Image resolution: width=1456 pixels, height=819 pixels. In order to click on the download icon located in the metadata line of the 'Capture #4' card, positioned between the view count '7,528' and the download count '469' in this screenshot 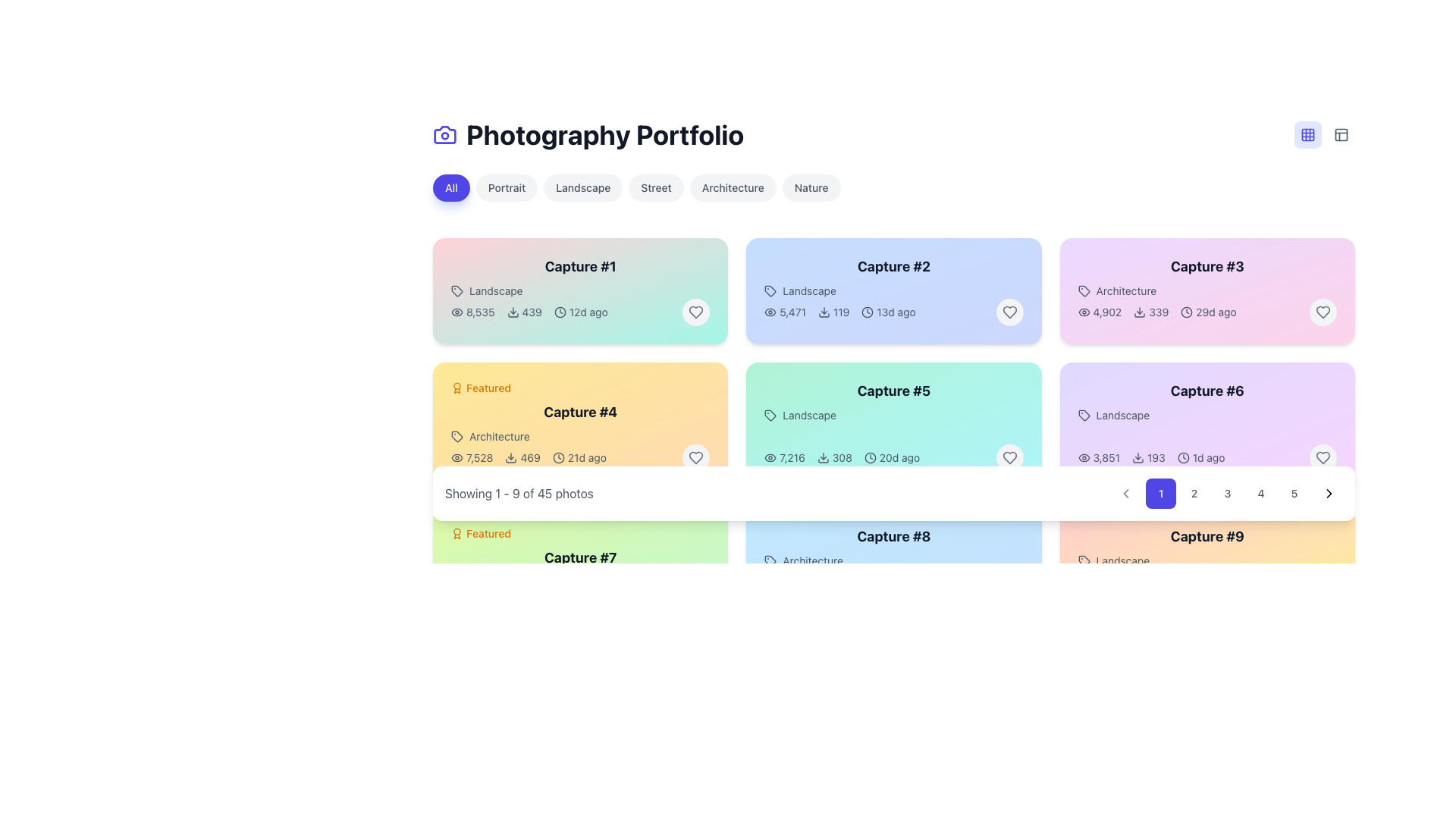, I will do `click(511, 457)`.